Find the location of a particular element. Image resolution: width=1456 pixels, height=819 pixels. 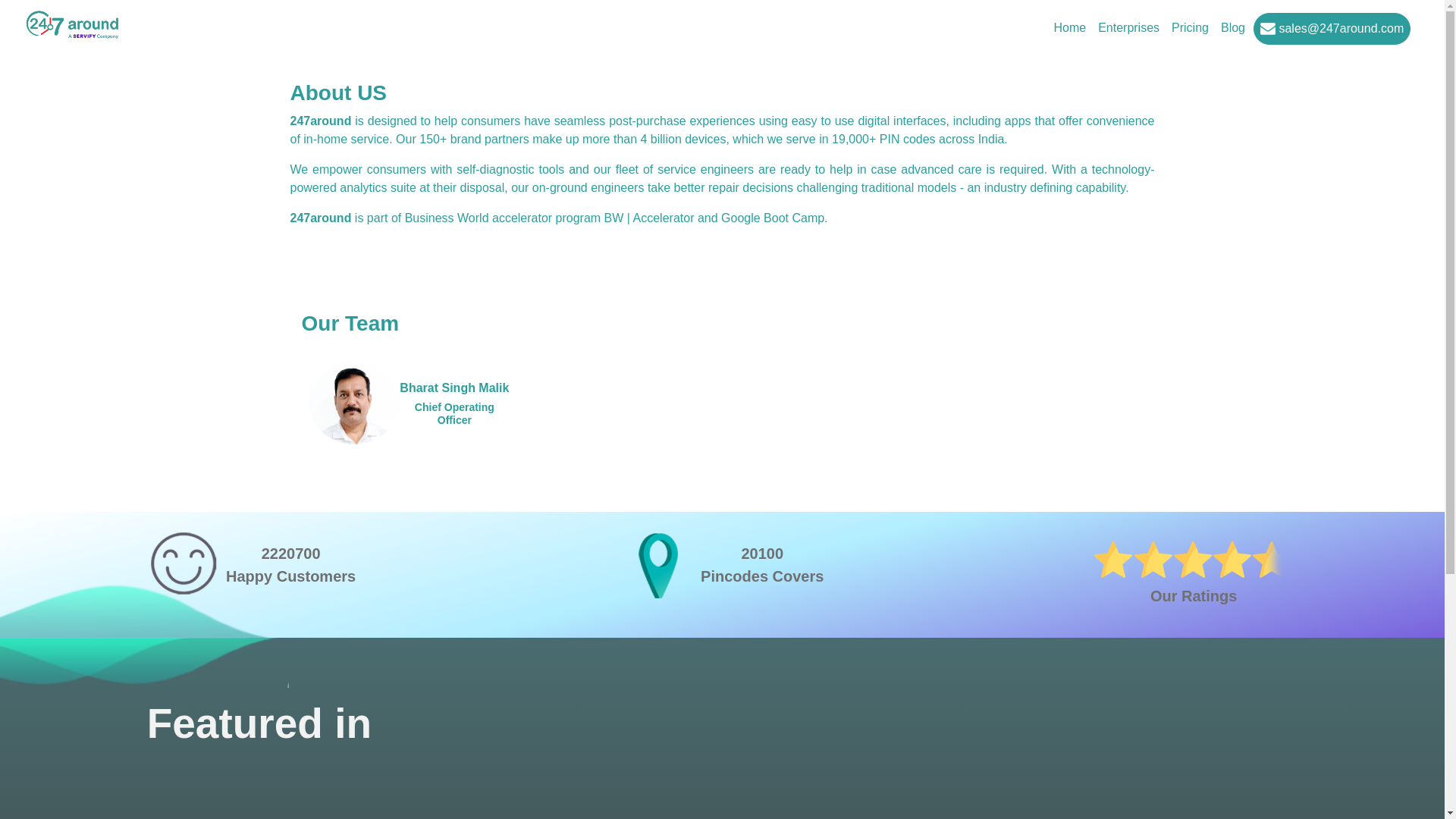

'sales@247around.com' is located at coordinates (1331, 29).